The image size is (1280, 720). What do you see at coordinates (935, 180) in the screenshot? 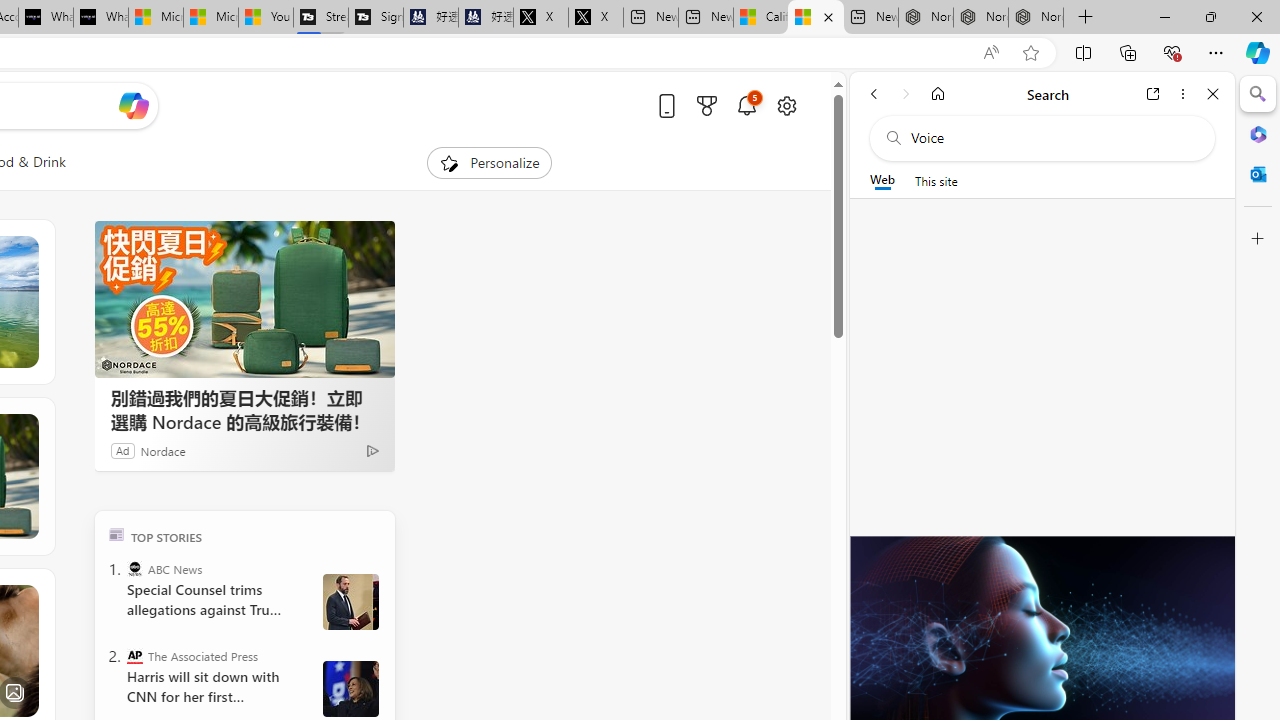
I see `'This site scope'` at bounding box center [935, 180].